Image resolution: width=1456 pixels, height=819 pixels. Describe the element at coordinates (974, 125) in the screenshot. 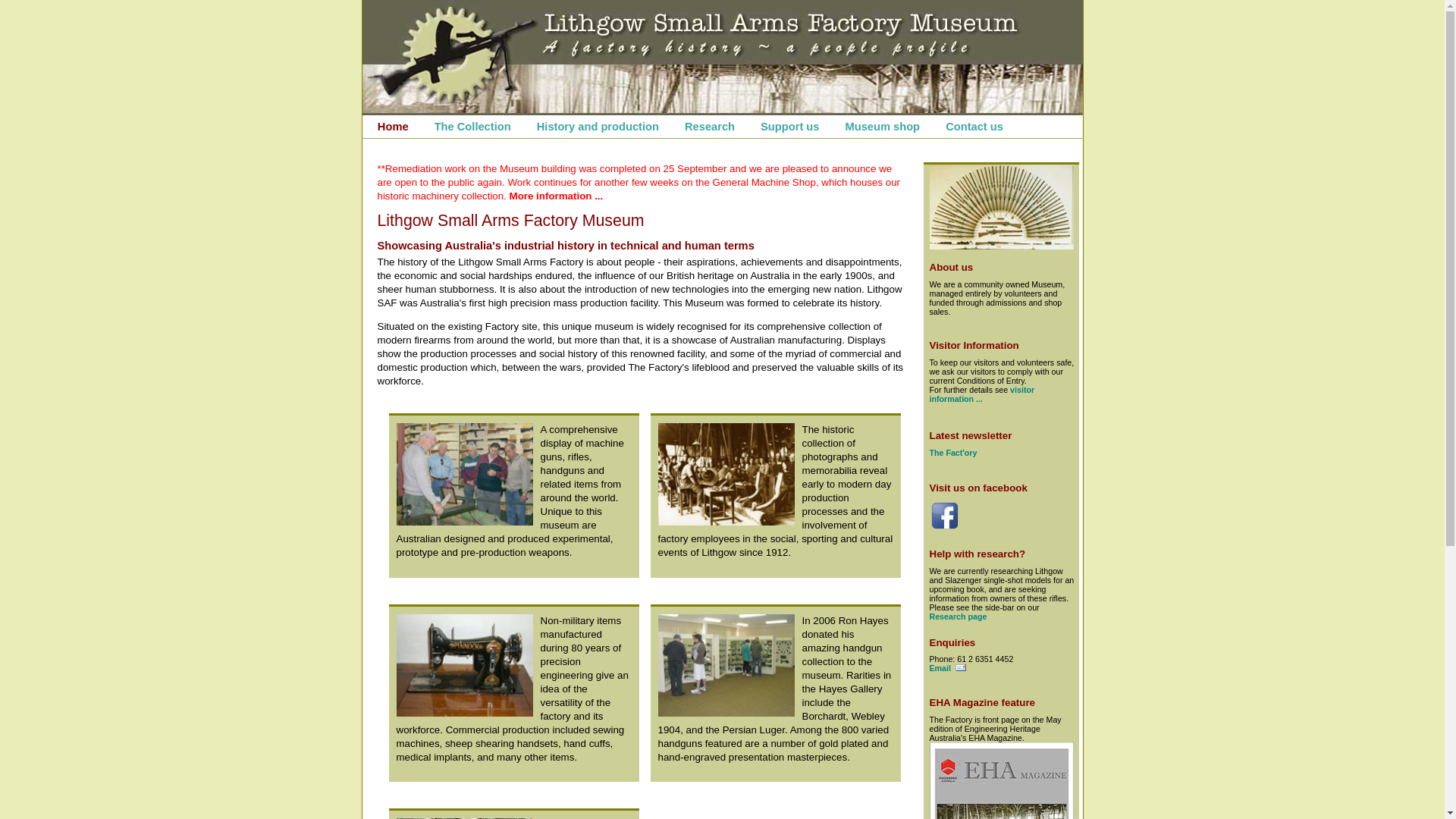

I see `'Contact us'` at that location.